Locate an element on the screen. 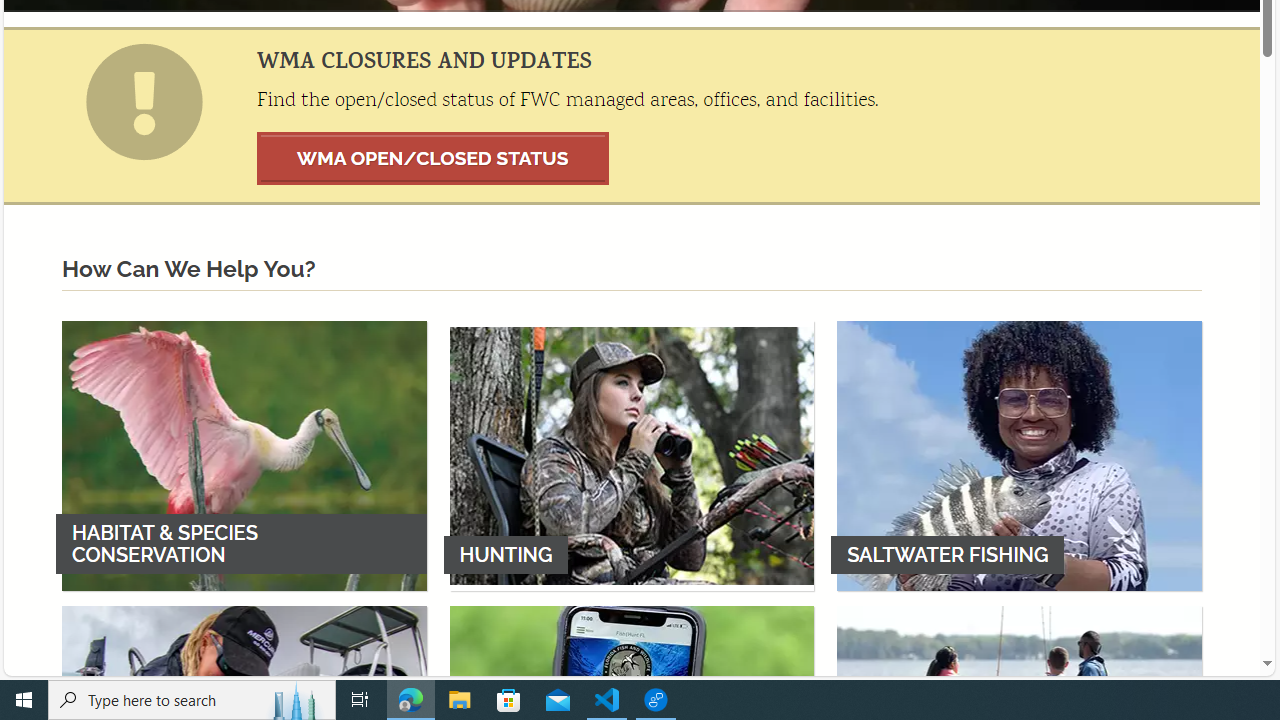  'WMA OPEN/CLOSED STATUS' is located at coordinates (432, 157).